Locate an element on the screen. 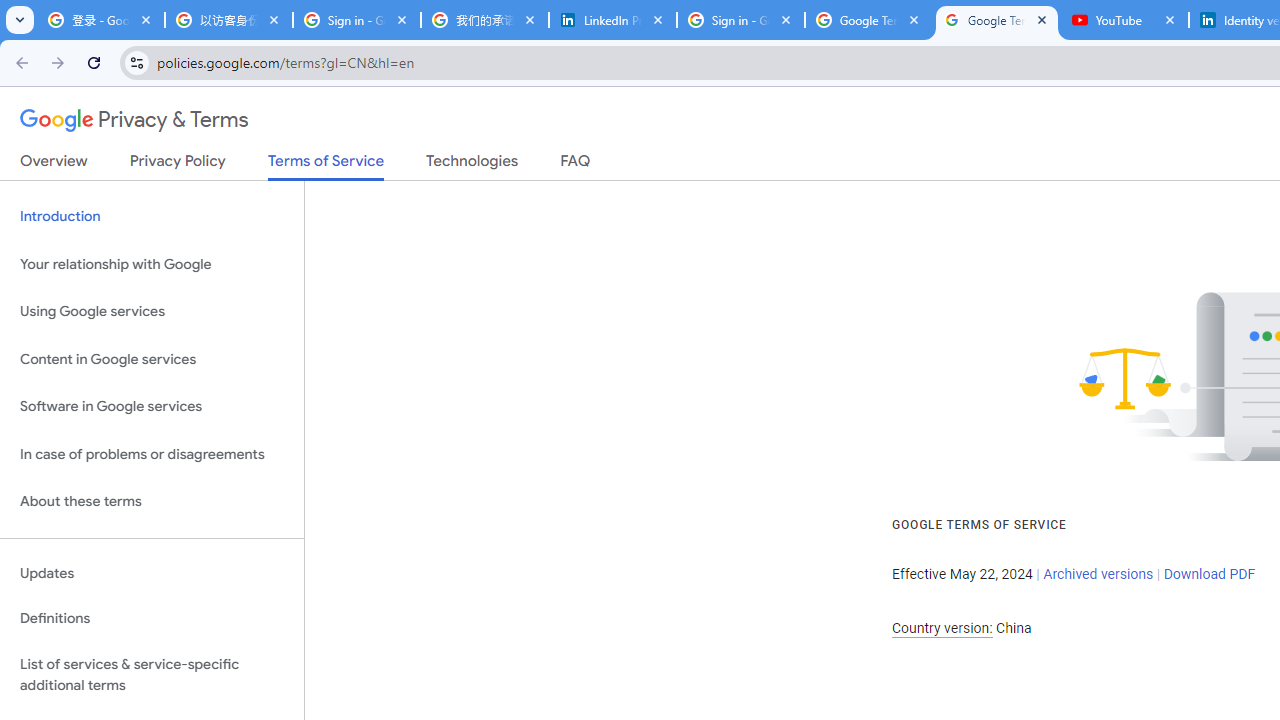  'YouTube' is located at coordinates (1125, 20).